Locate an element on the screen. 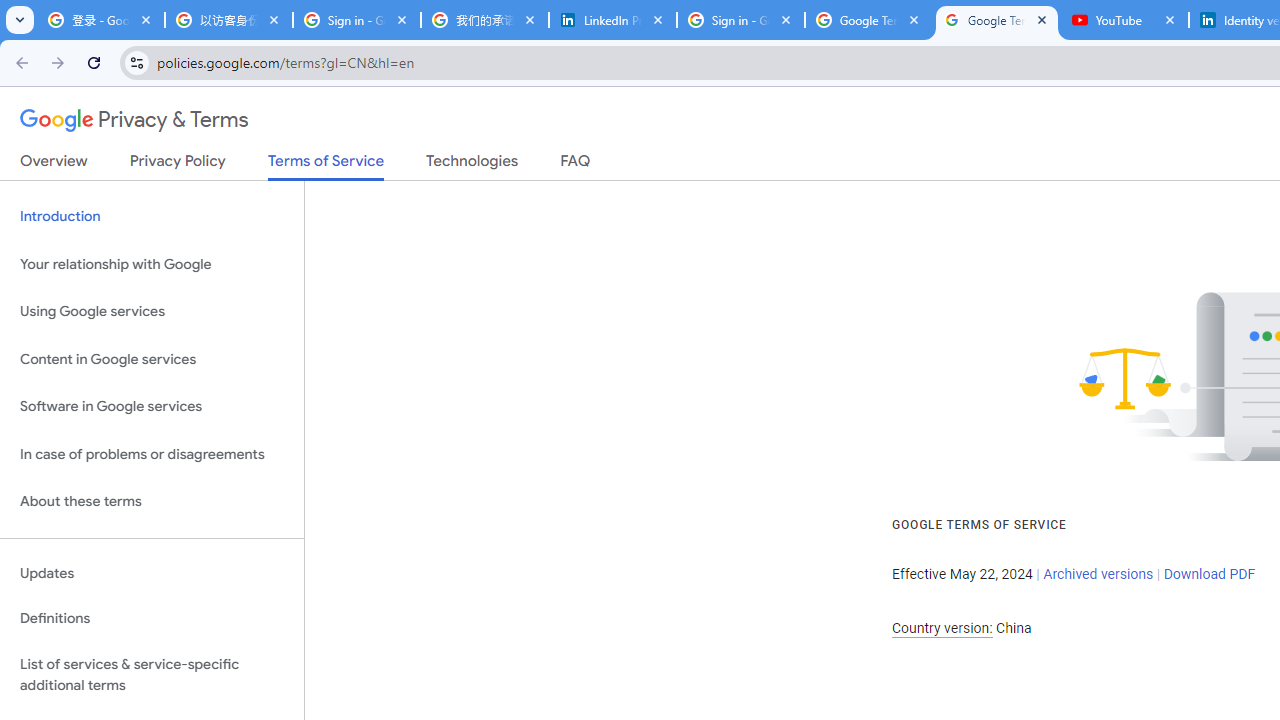  'YouTube' is located at coordinates (1125, 20).